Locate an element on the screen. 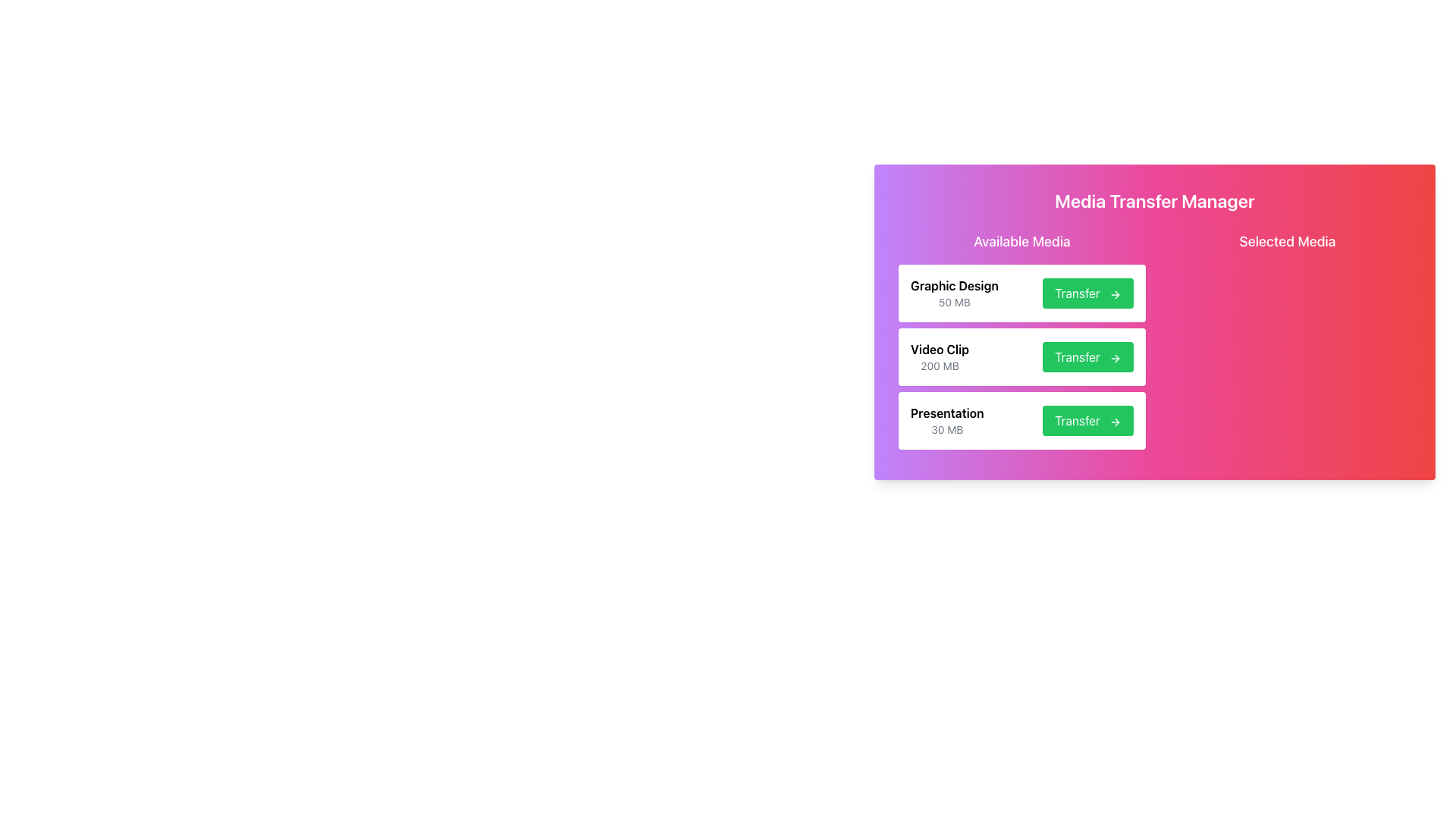 This screenshot has width=1456, height=819. the 'Transfer' button located in the lower section of the 'Available Media' list in the 'Media Transfer Manager' interface to initiate the file transfer is located at coordinates (1022, 421).